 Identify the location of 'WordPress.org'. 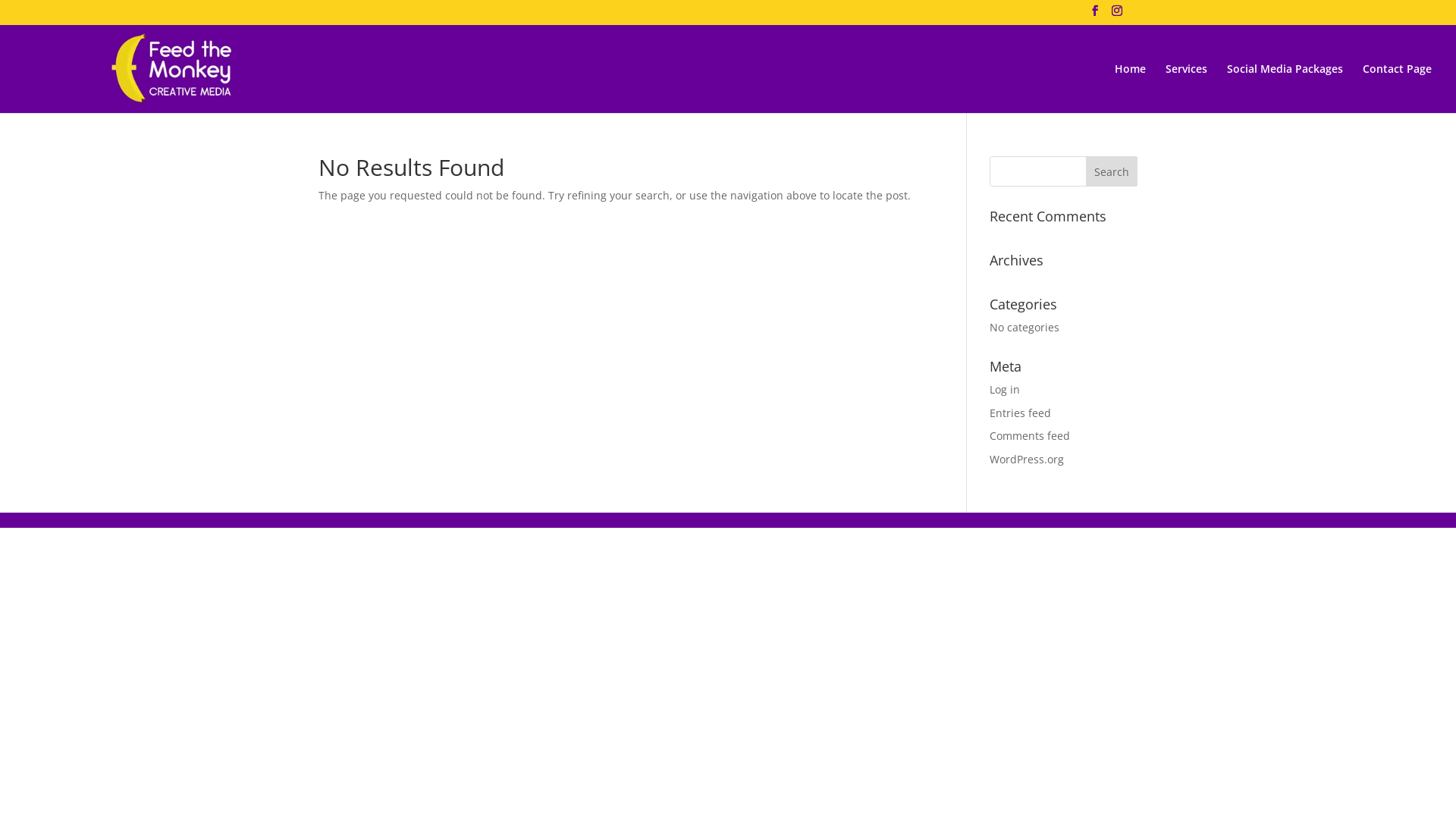
(1026, 458).